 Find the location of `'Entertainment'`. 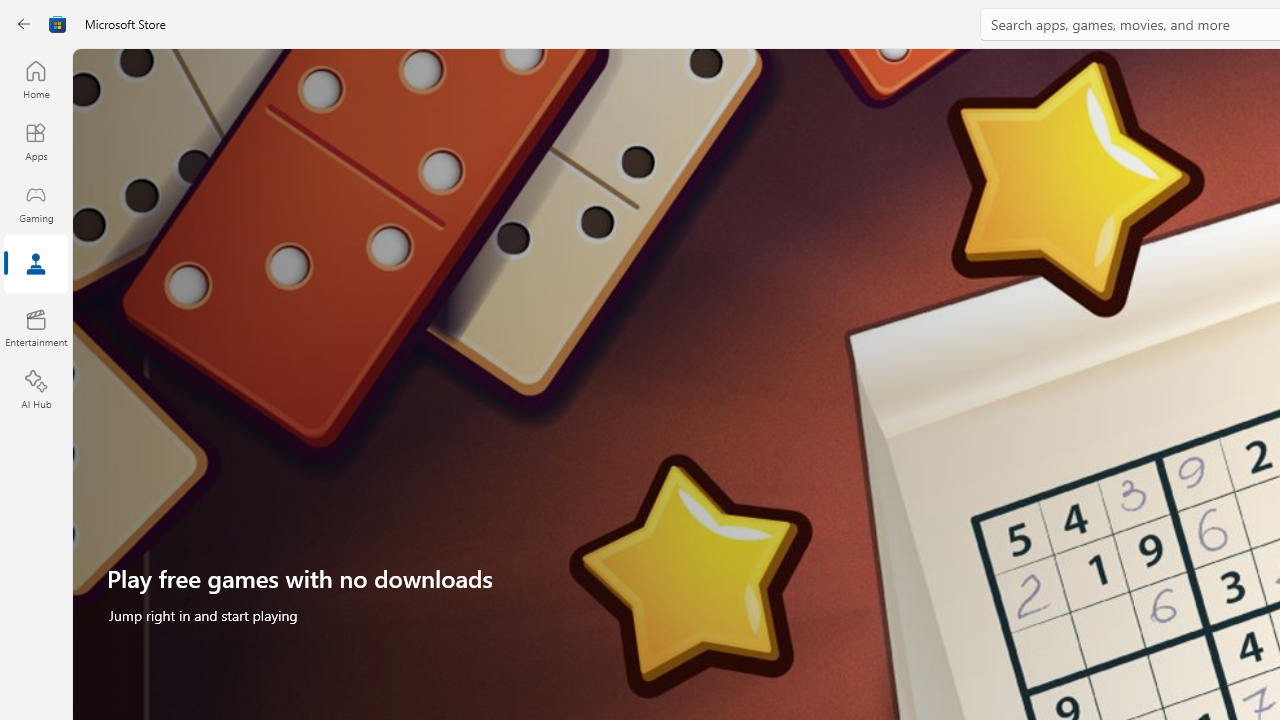

'Entertainment' is located at coordinates (35, 326).